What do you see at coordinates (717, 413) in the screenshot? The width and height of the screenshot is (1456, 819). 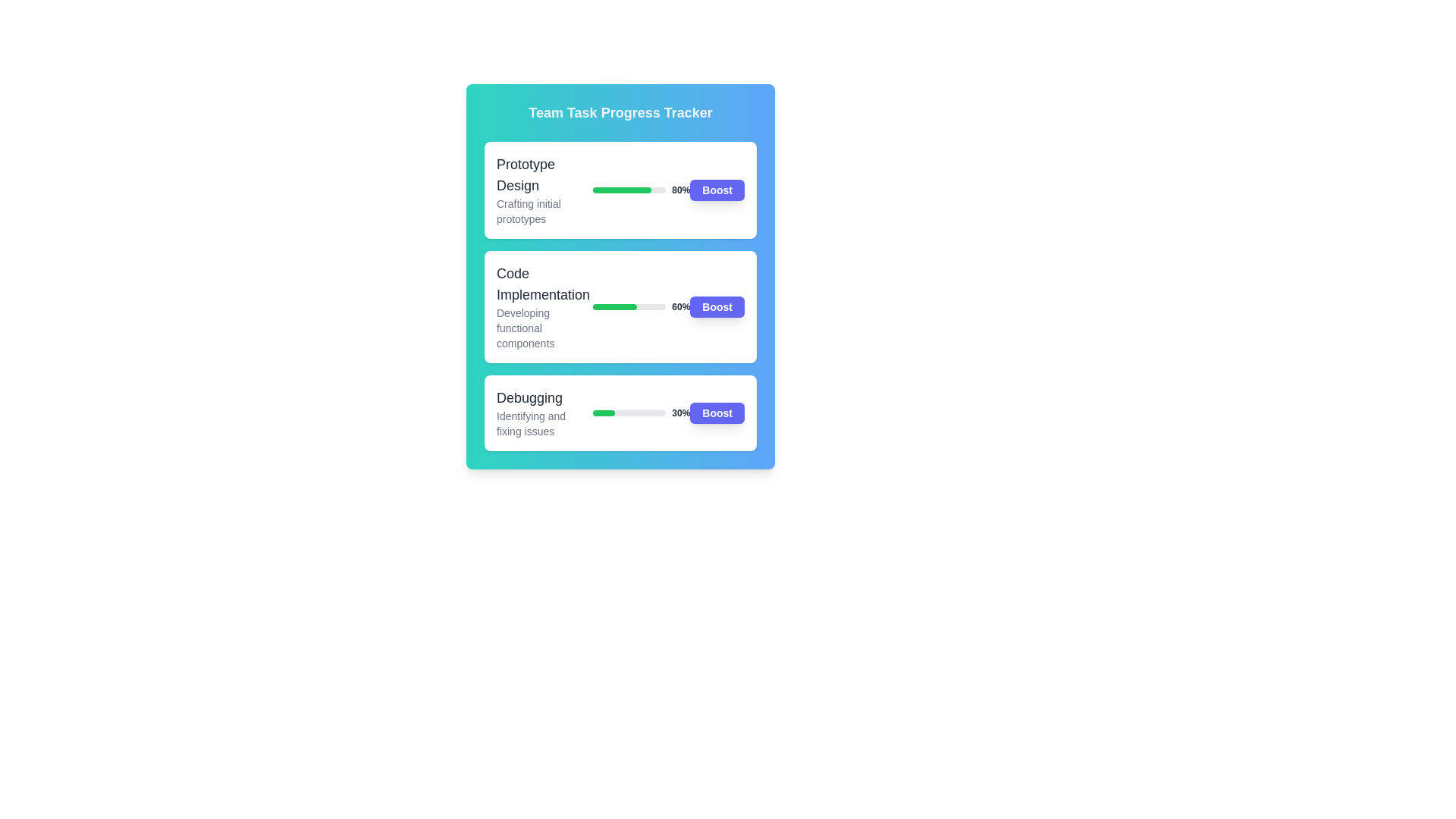 I see `the 'Boost' button, which is a purple button with white text, located at the far right of the debugging task panel` at bounding box center [717, 413].